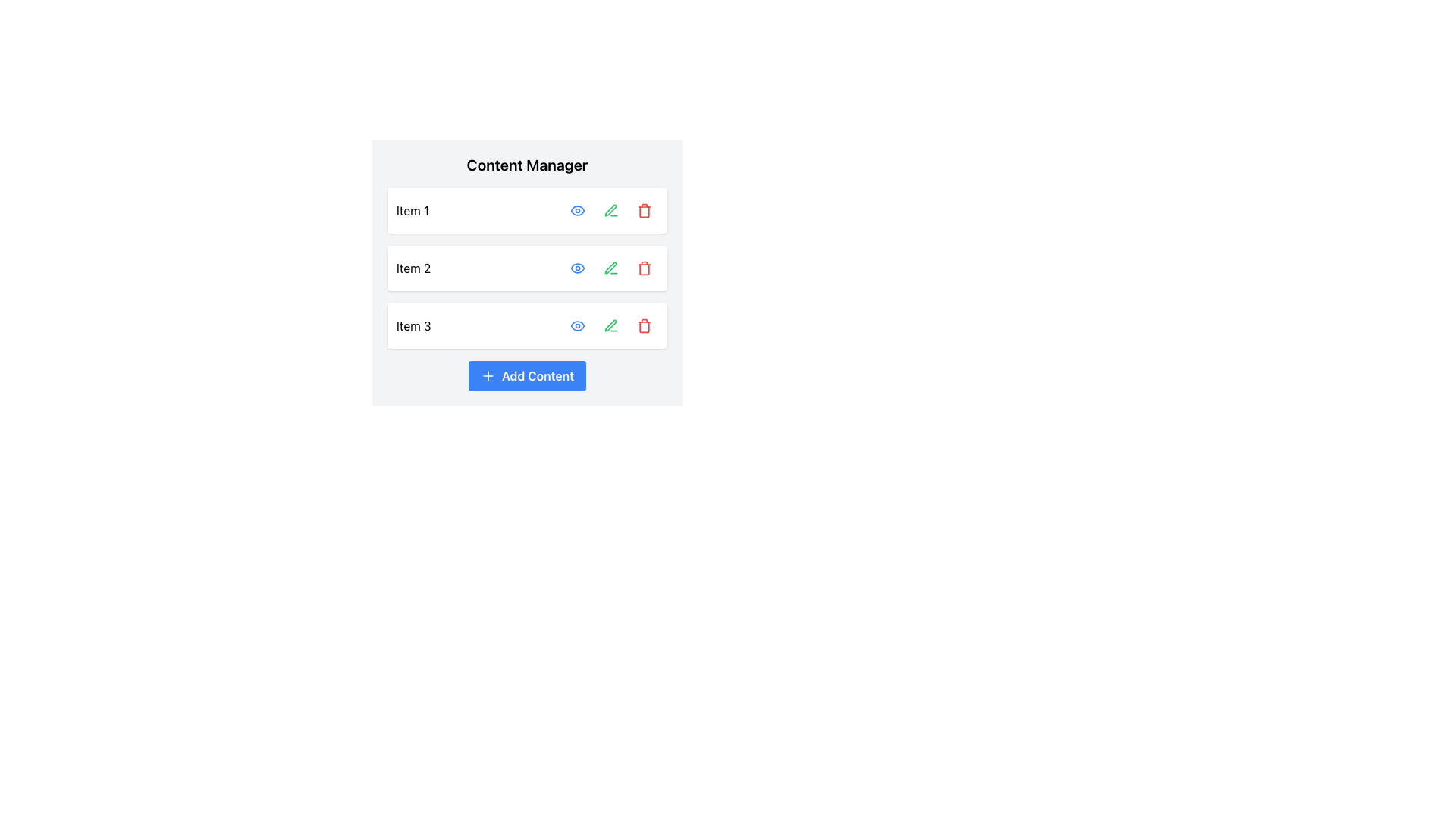 The height and width of the screenshot is (819, 1456). What do you see at coordinates (644, 268) in the screenshot?
I see `the red trash bin icon button` at bounding box center [644, 268].